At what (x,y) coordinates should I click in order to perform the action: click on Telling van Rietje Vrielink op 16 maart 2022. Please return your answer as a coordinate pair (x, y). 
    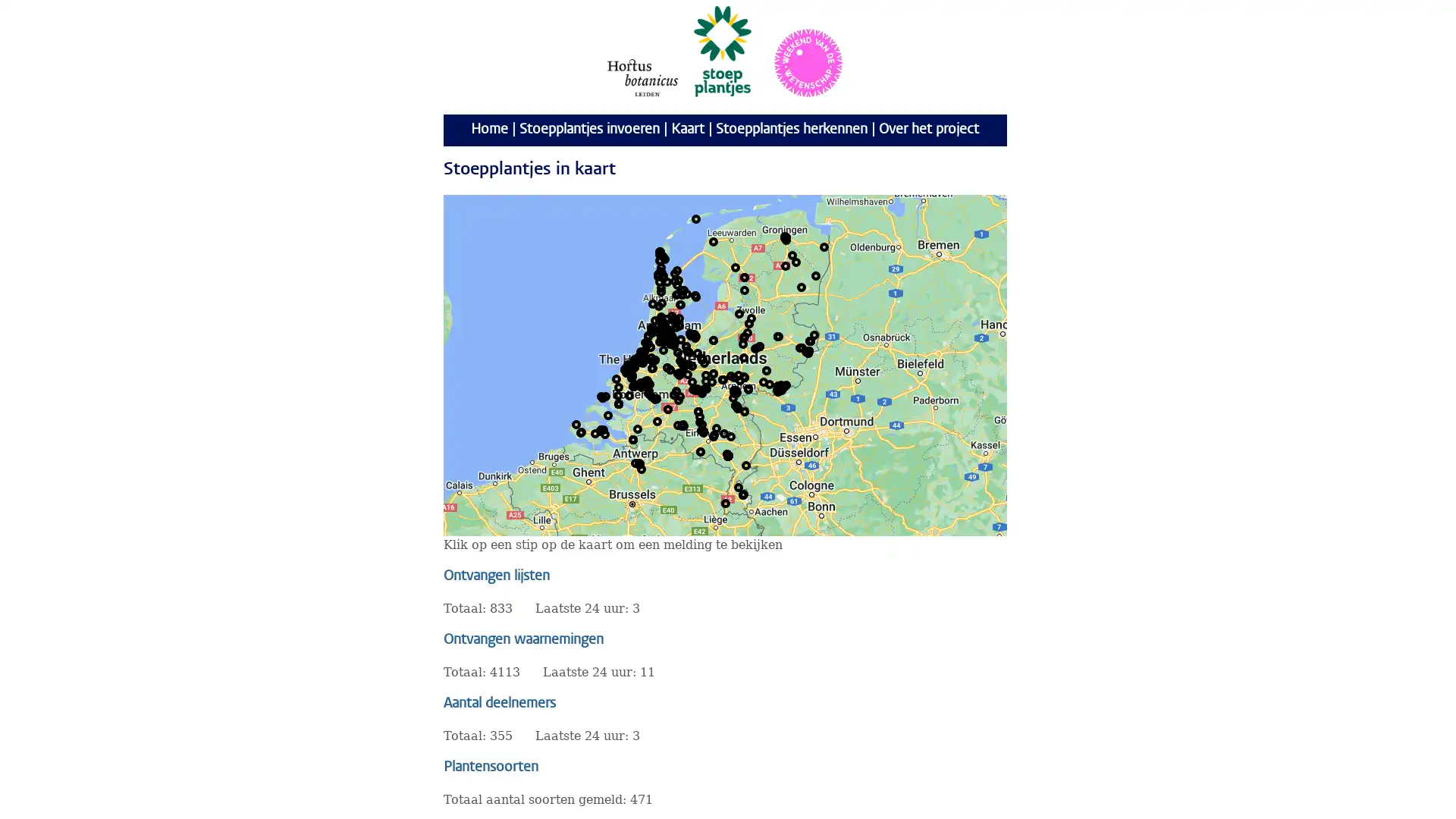
    Looking at the image, I should click on (652, 368).